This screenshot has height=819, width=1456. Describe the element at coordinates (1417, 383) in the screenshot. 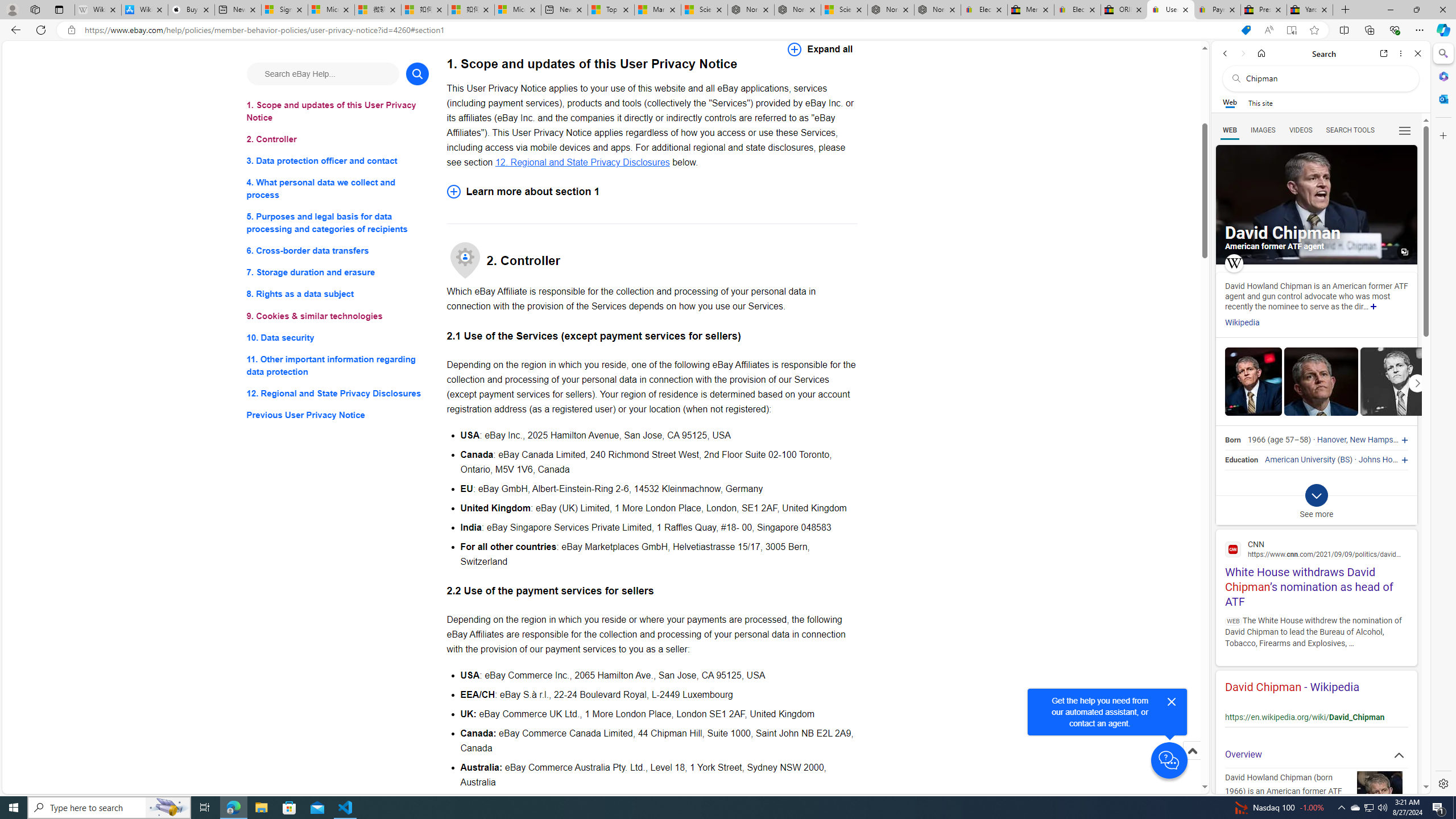

I see `'Click to scroll right'` at that location.